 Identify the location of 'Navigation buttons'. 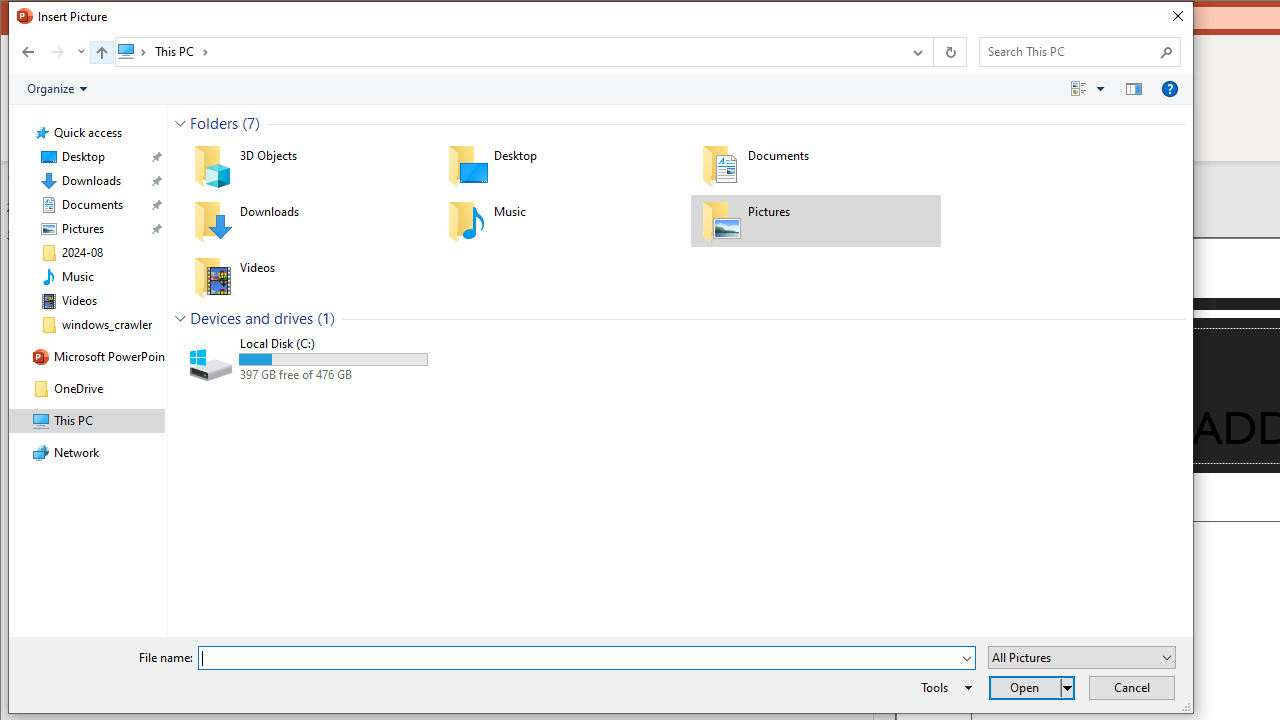
(51, 50).